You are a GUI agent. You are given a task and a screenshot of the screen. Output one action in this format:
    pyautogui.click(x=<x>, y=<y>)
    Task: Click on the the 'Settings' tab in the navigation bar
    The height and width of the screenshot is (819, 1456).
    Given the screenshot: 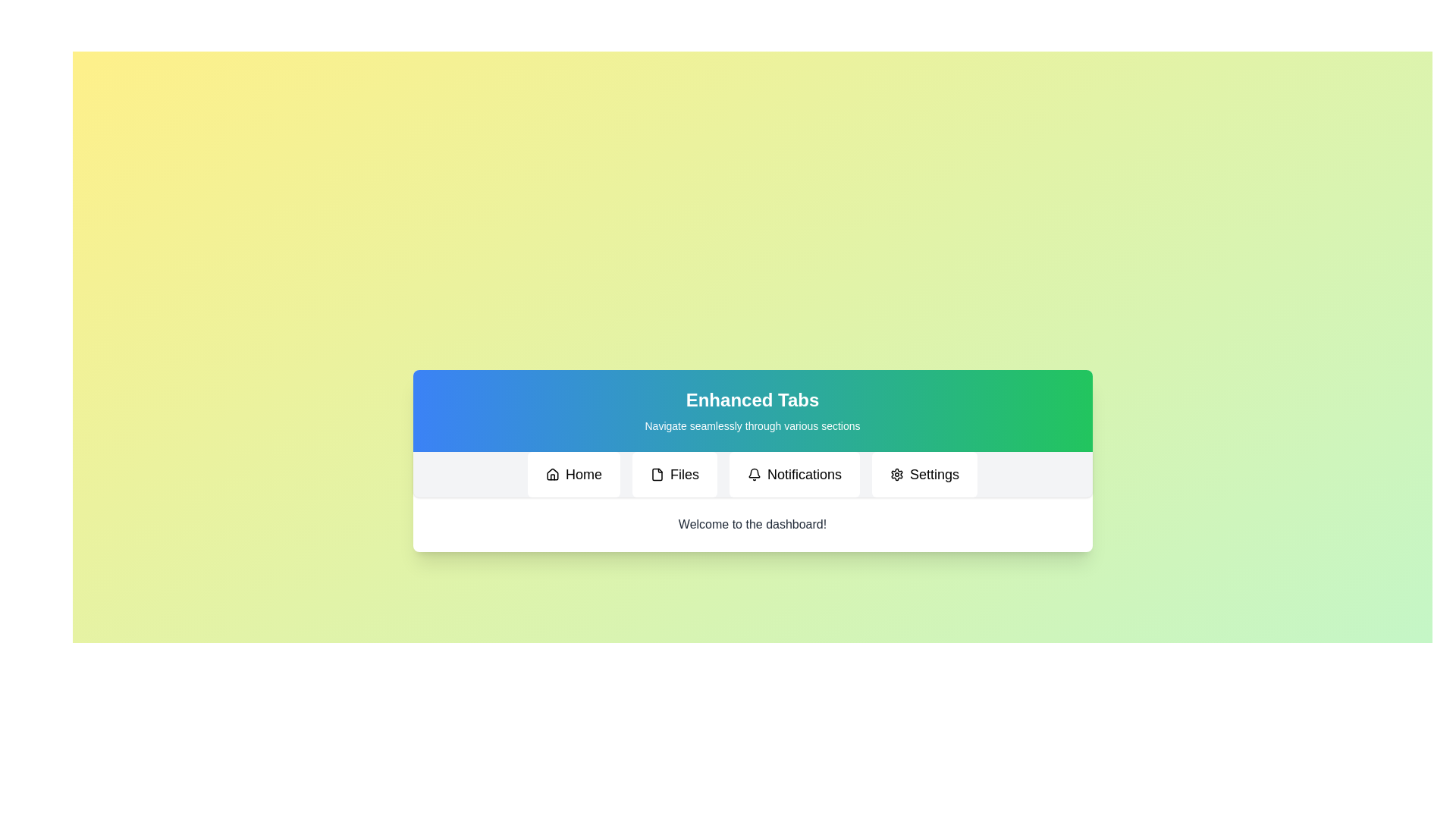 What is the action you would take?
    pyautogui.click(x=924, y=473)
    